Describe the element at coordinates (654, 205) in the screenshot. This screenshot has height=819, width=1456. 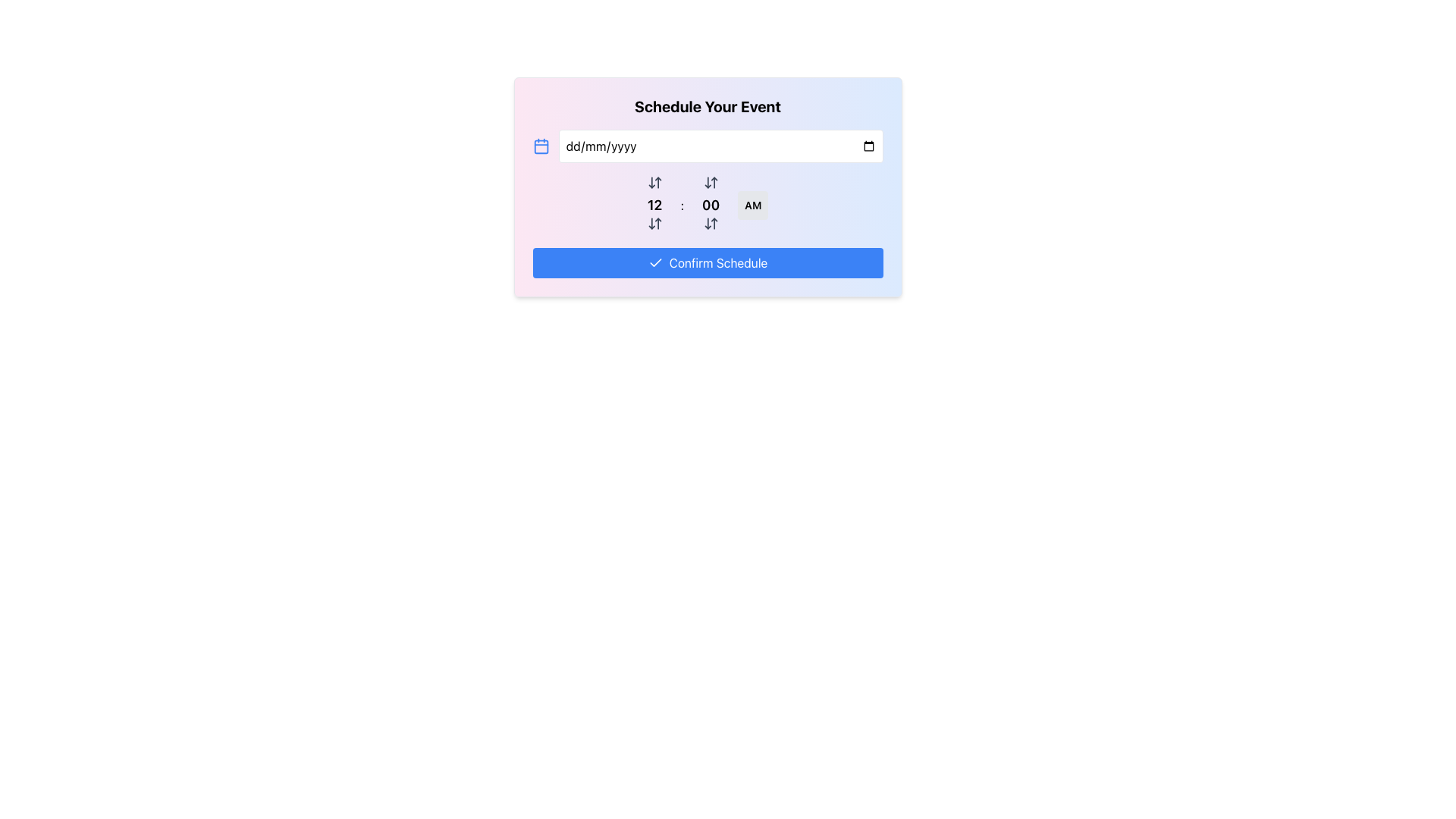
I see `the hour component display in the time picker interface, which shows the hour value and is positioned between the increment and decrement controls` at that location.